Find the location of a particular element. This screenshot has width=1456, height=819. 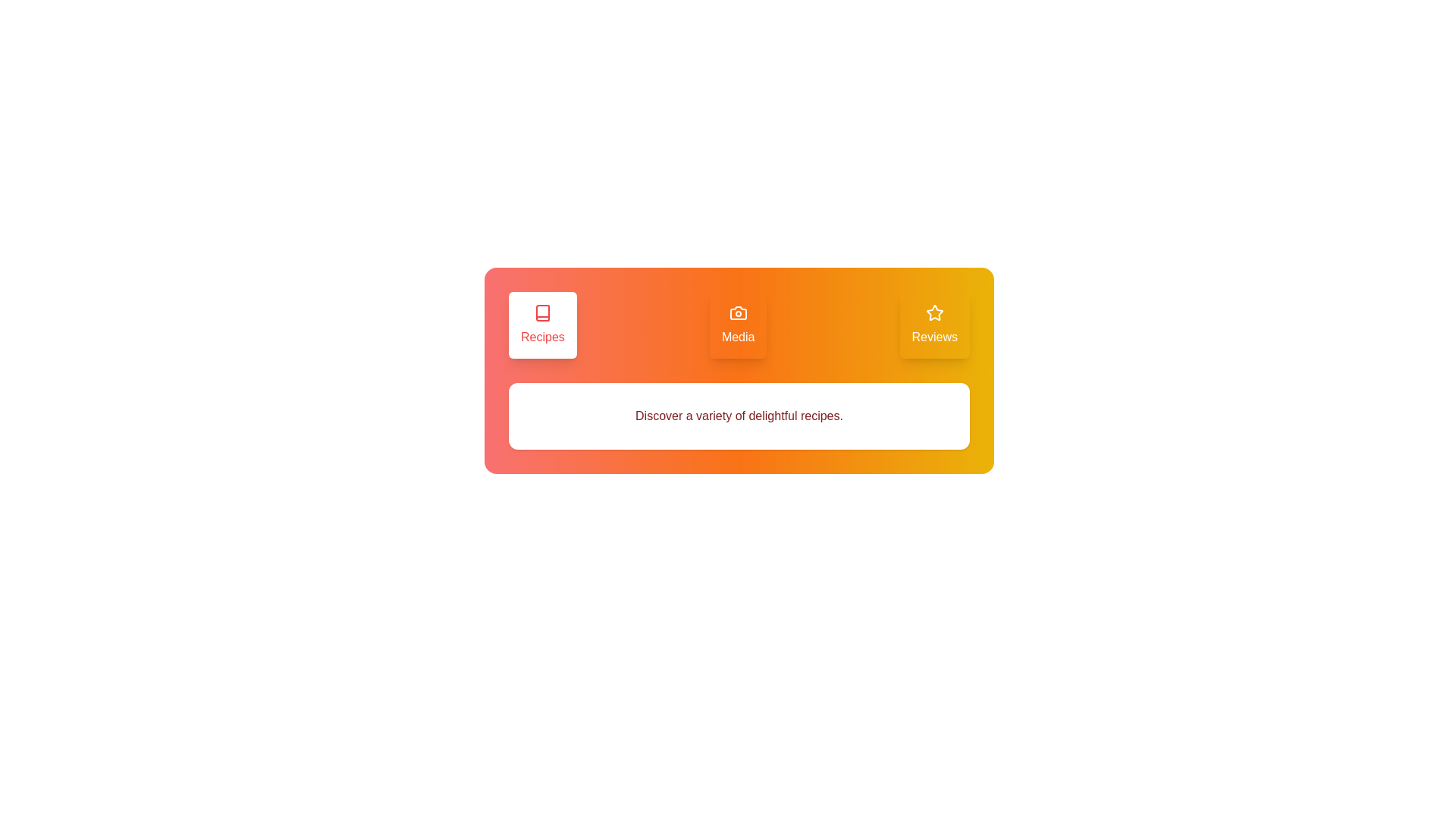

the tab labeled Reviews to activate it is located at coordinates (934, 324).